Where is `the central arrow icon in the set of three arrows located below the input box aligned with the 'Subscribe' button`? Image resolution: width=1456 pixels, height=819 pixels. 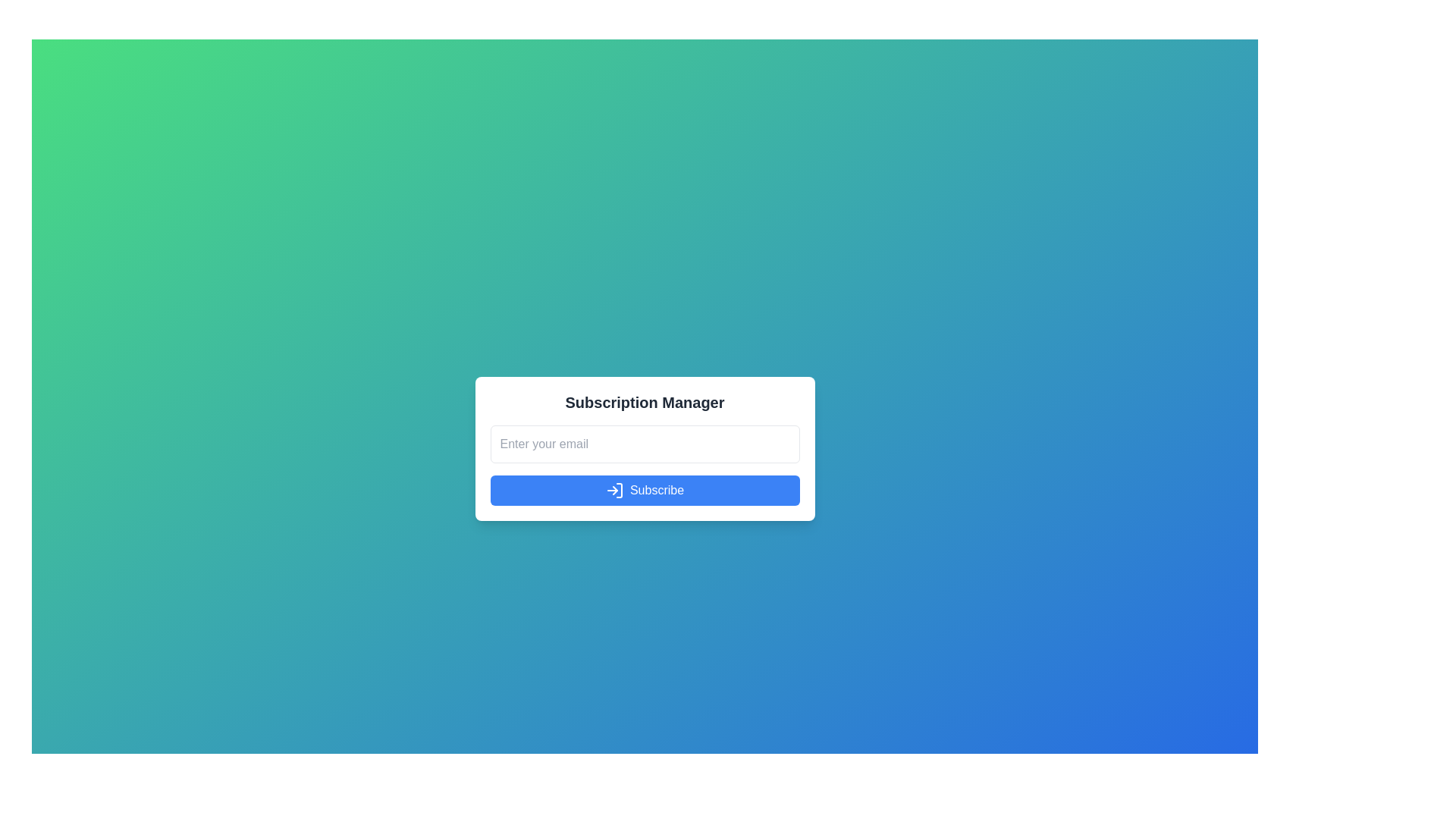 the central arrow icon in the set of three arrows located below the input box aligned with the 'Subscribe' button is located at coordinates (615, 491).